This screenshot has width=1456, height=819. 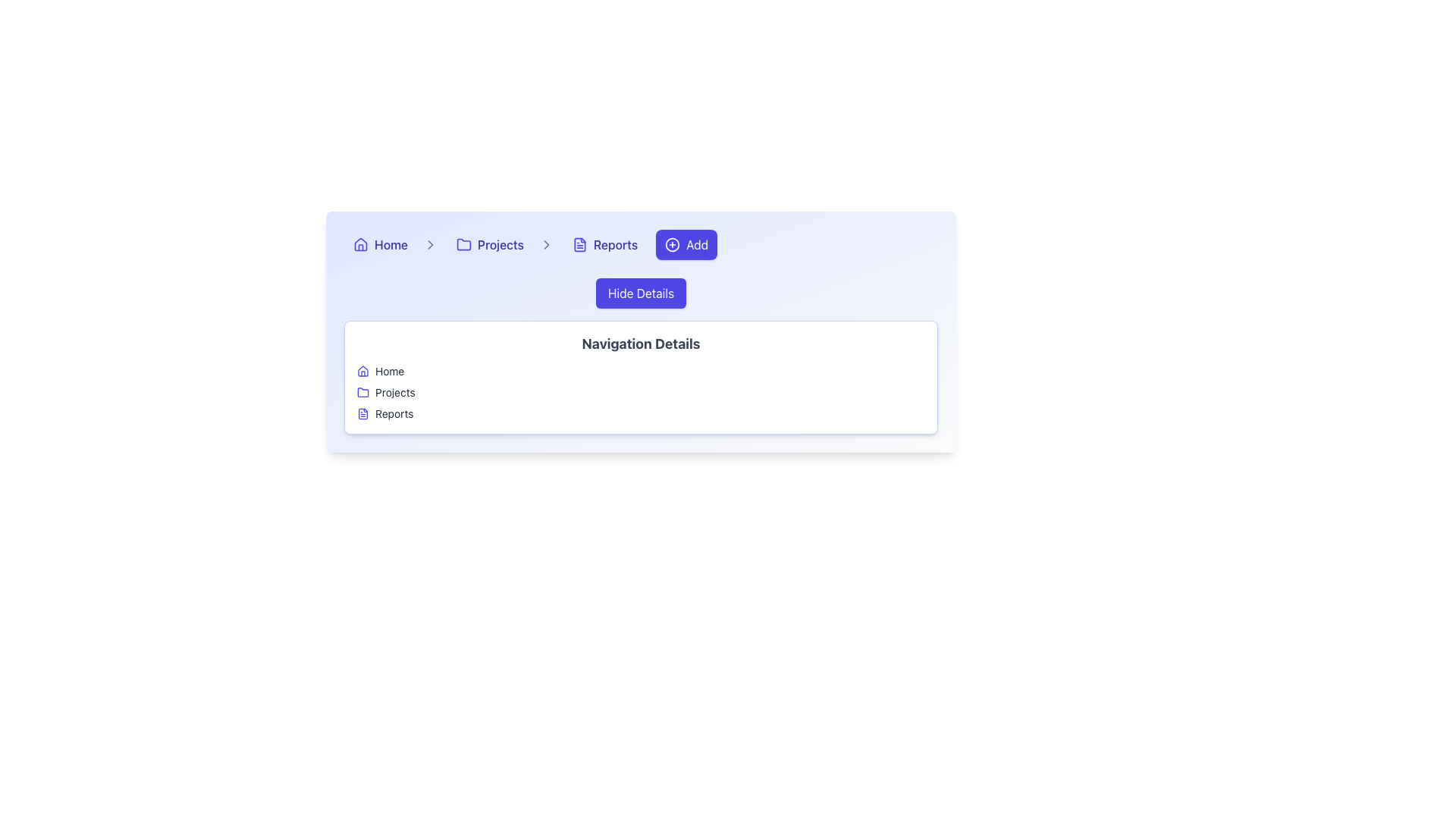 What do you see at coordinates (672, 244) in the screenshot?
I see `the indigo-colored 'Add' button icon, which represents an addition or create function, located in the upper-right corner of the navigation bar` at bounding box center [672, 244].